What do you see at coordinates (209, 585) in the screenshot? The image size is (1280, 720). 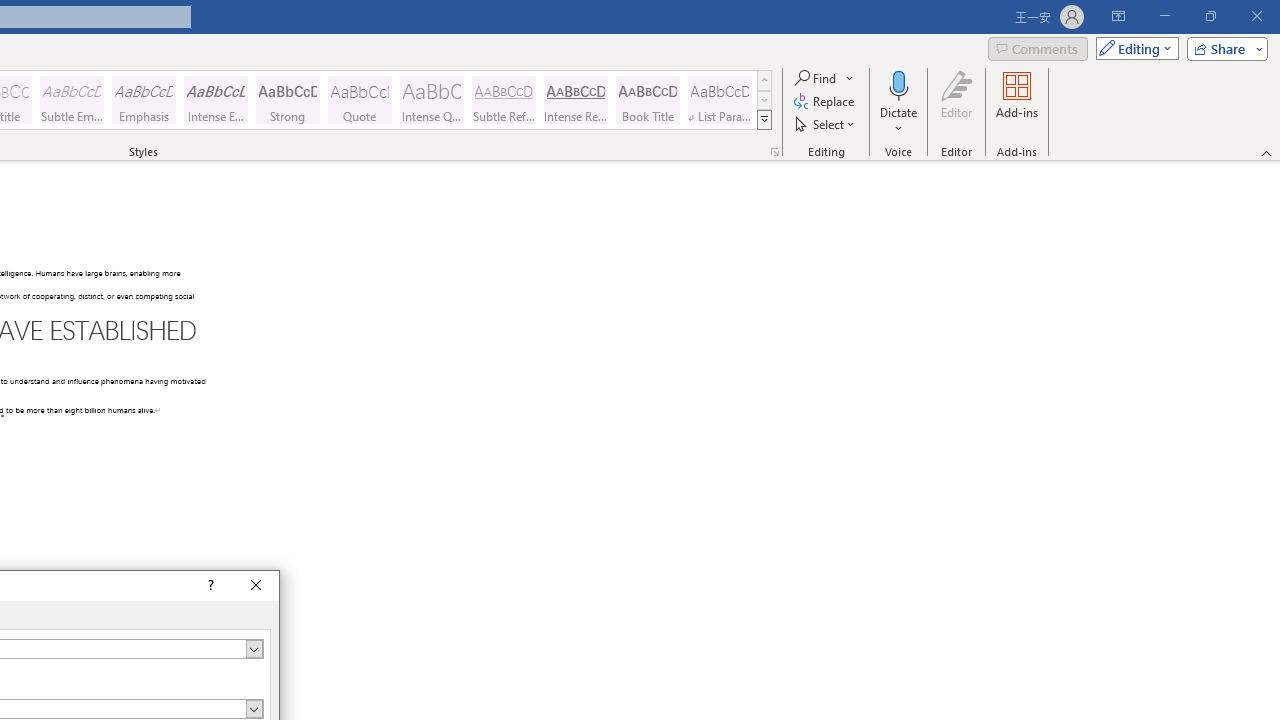 I see `'Context help'` at bounding box center [209, 585].